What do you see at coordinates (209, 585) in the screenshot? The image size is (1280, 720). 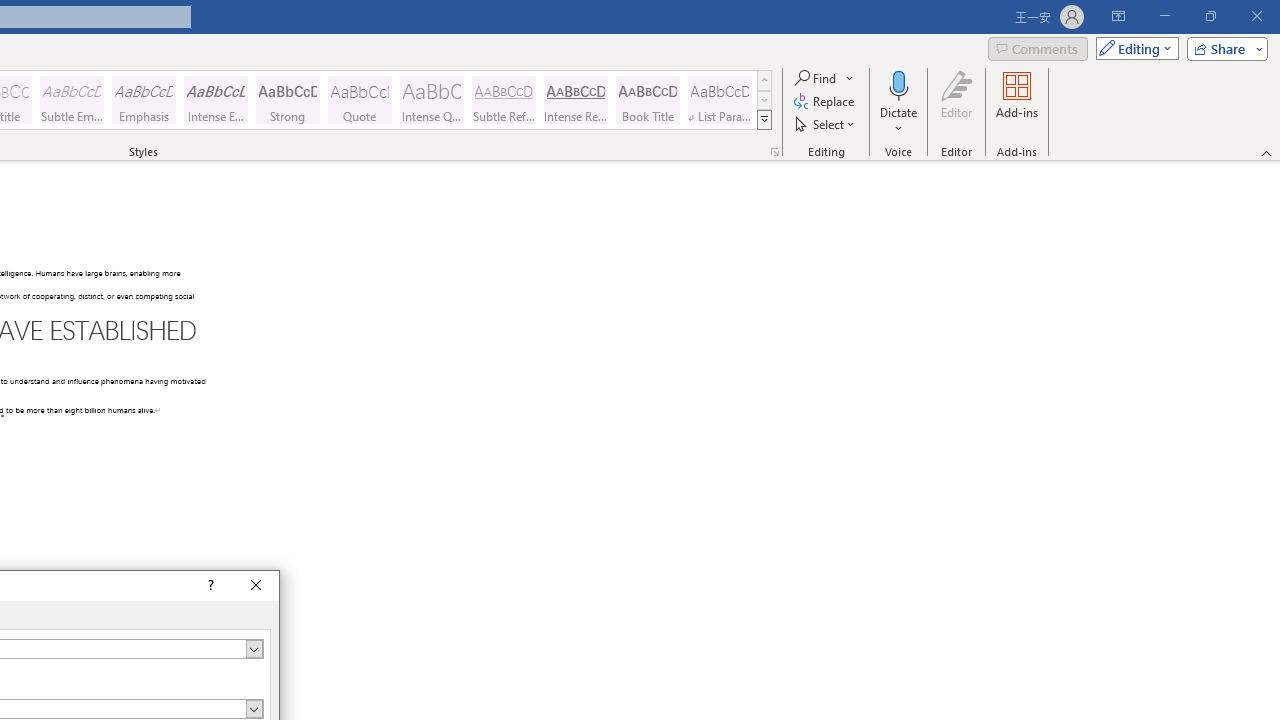 I see `'Context help'` at bounding box center [209, 585].